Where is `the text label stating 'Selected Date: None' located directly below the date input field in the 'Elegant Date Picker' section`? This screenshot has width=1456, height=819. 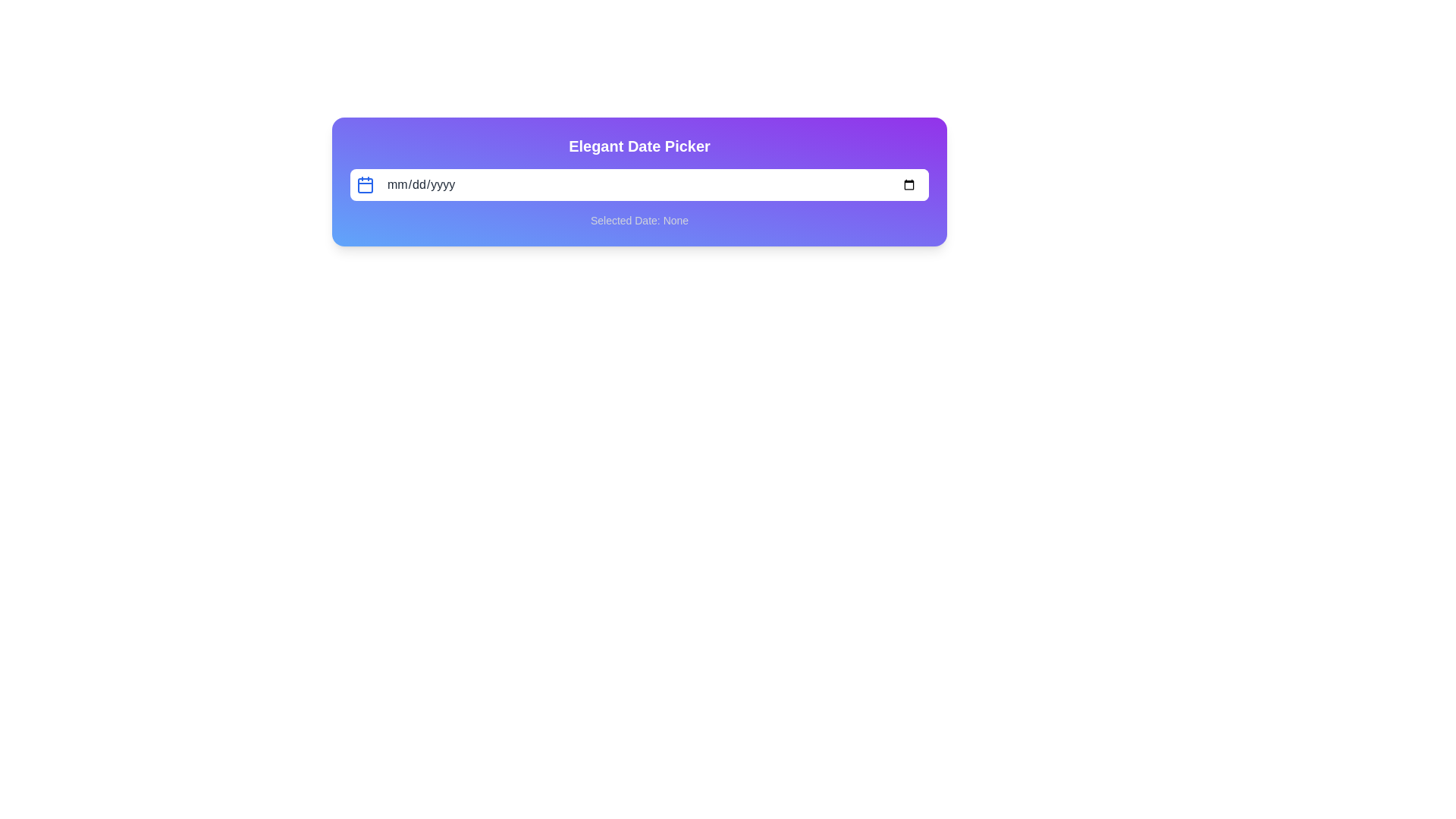 the text label stating 'Selected Date: None' located directly below the date input field in the 'Elegant Date Picker' section is located at coordinates (639, 220).